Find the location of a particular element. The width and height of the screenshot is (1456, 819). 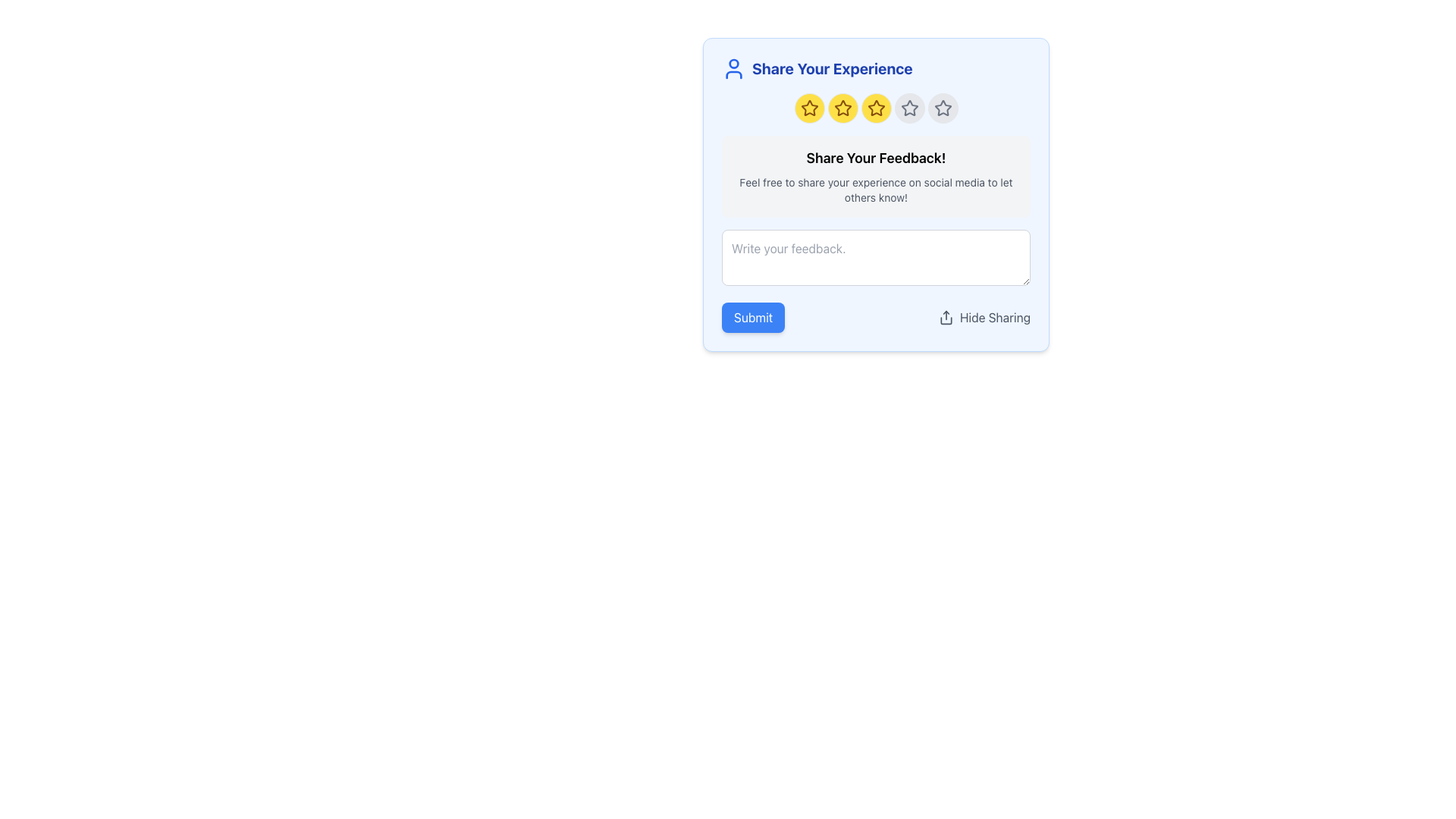

the first rating star in the horizontally aligned set of five stars, located near the top of the feedback section above the text box for feedback input is located at coordinates (808, 107).